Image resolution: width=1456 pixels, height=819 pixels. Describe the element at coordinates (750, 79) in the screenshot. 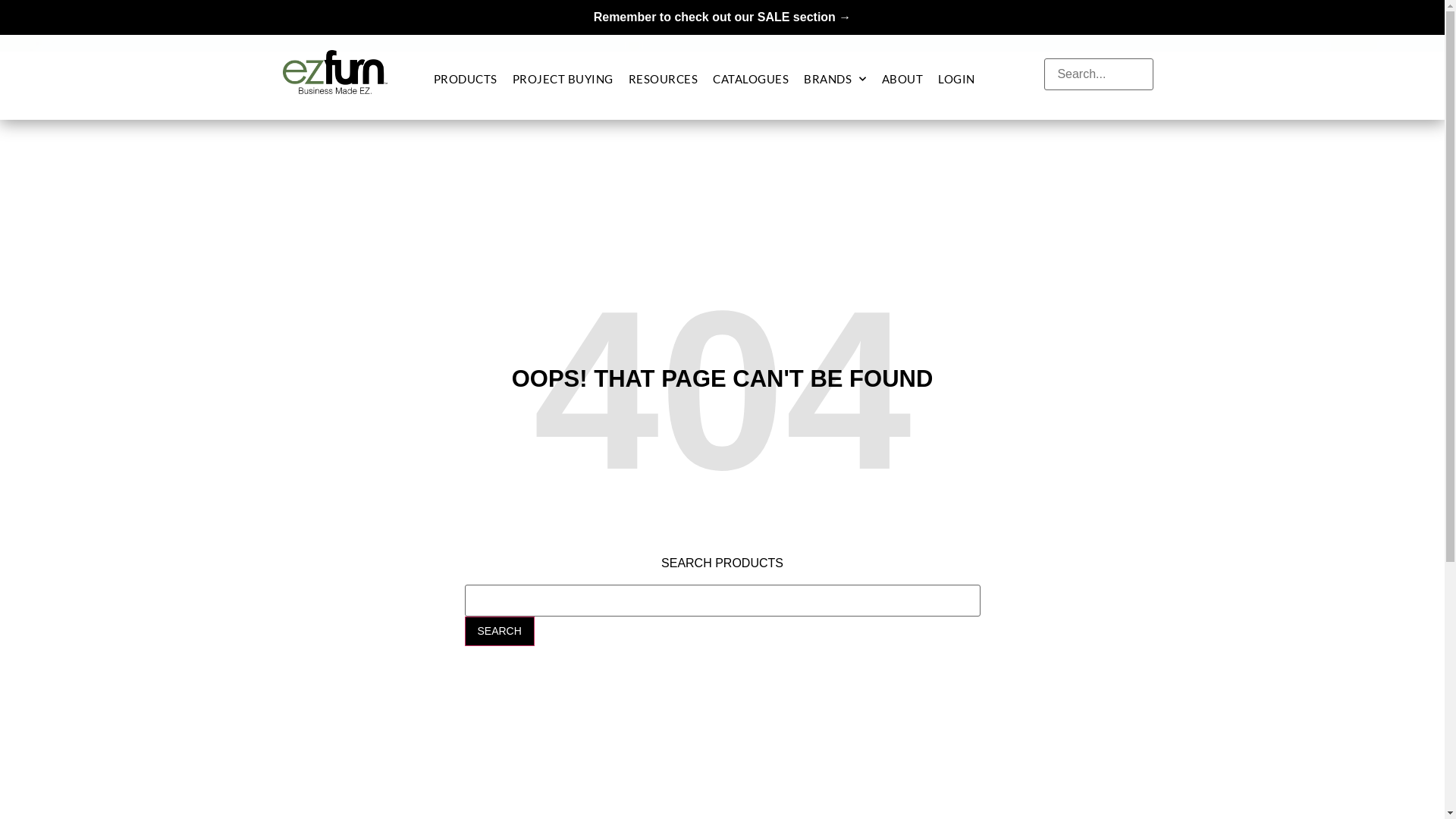

I see `'CATALOGUES'` at that location.